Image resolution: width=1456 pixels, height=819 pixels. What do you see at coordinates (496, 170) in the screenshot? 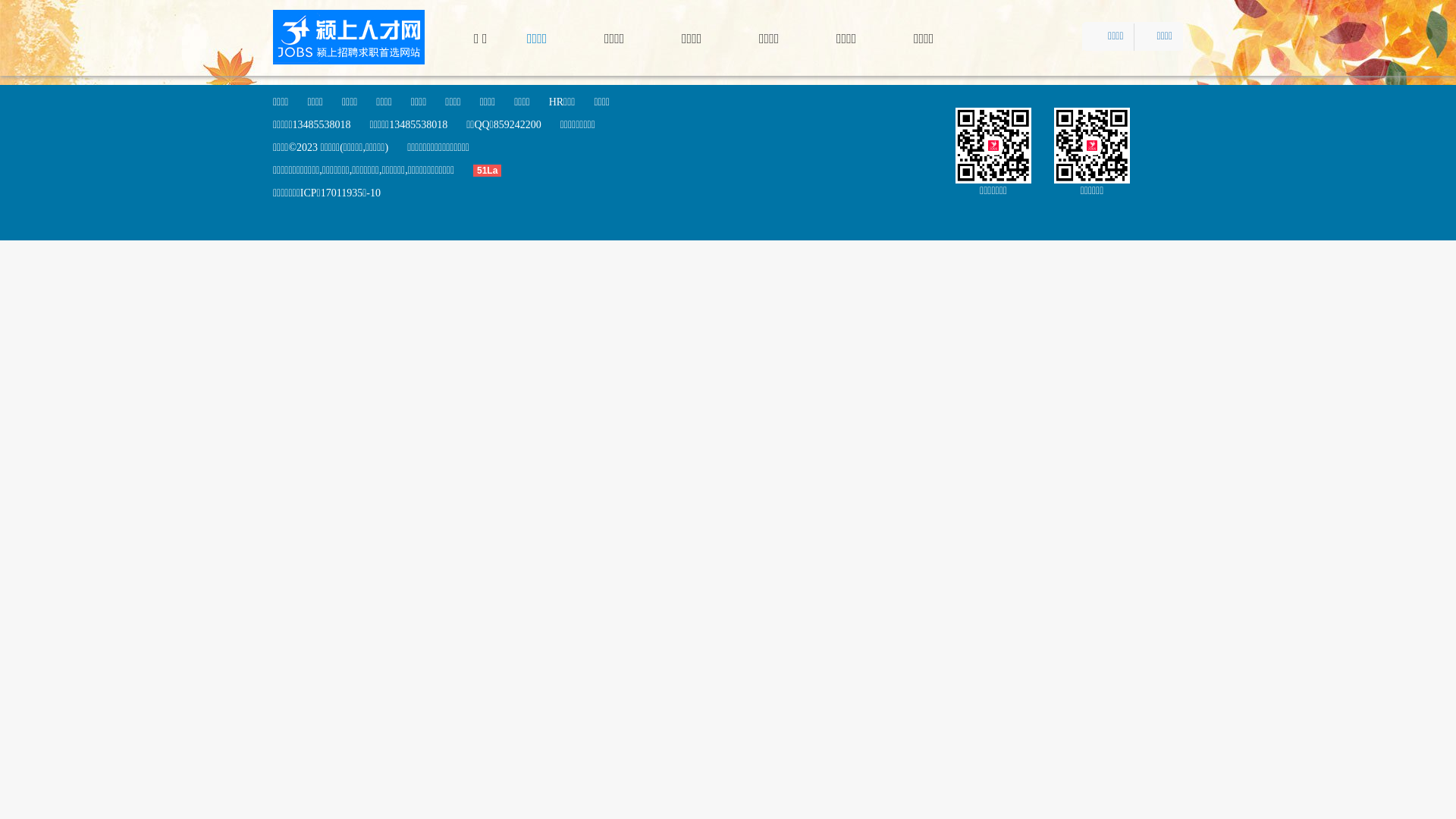
I see `'51La'` at bounding box center [496, 170].